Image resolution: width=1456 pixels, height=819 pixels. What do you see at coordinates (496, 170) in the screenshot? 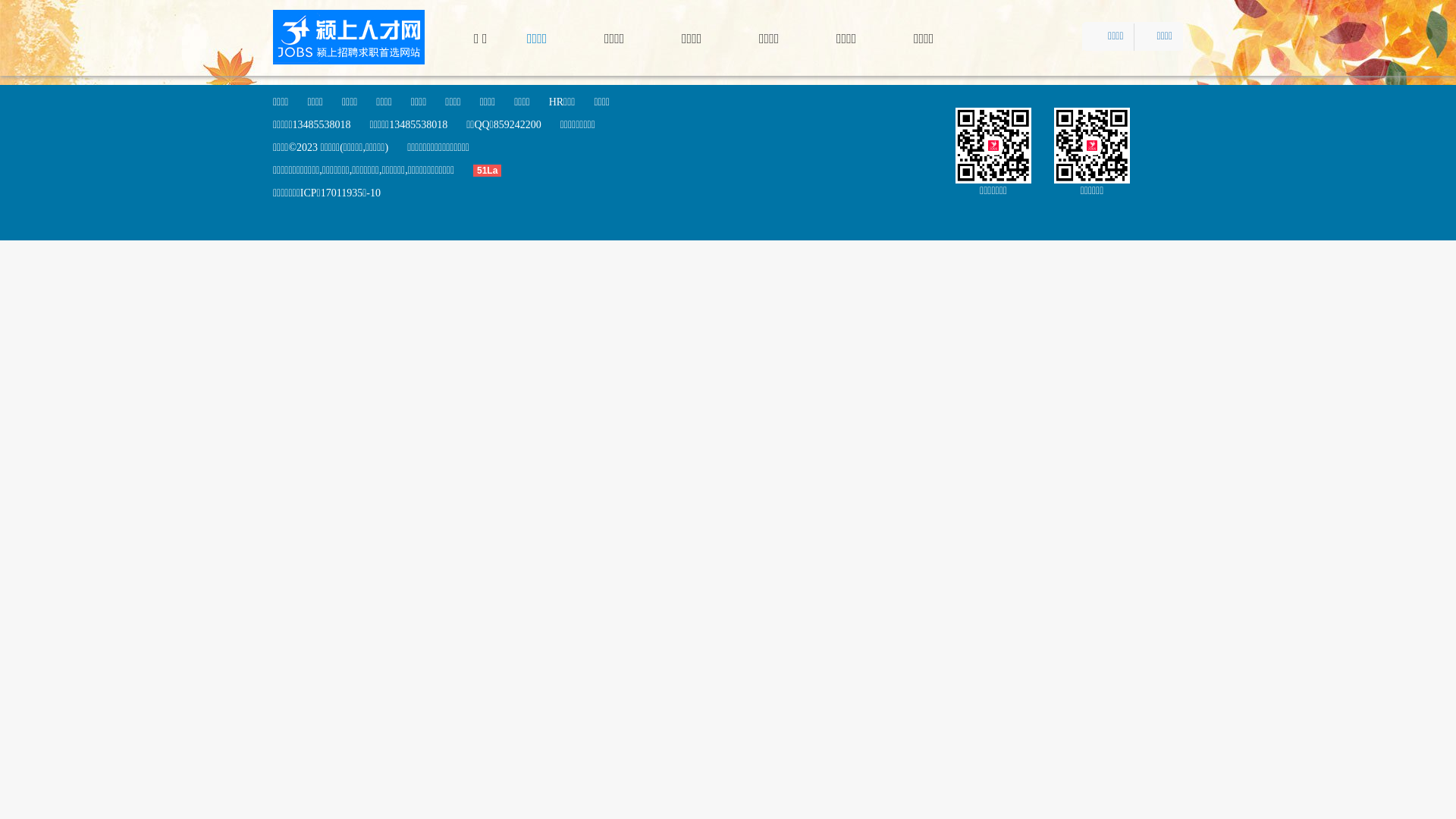
I see `'51La'` at bounding box center [496, 170].